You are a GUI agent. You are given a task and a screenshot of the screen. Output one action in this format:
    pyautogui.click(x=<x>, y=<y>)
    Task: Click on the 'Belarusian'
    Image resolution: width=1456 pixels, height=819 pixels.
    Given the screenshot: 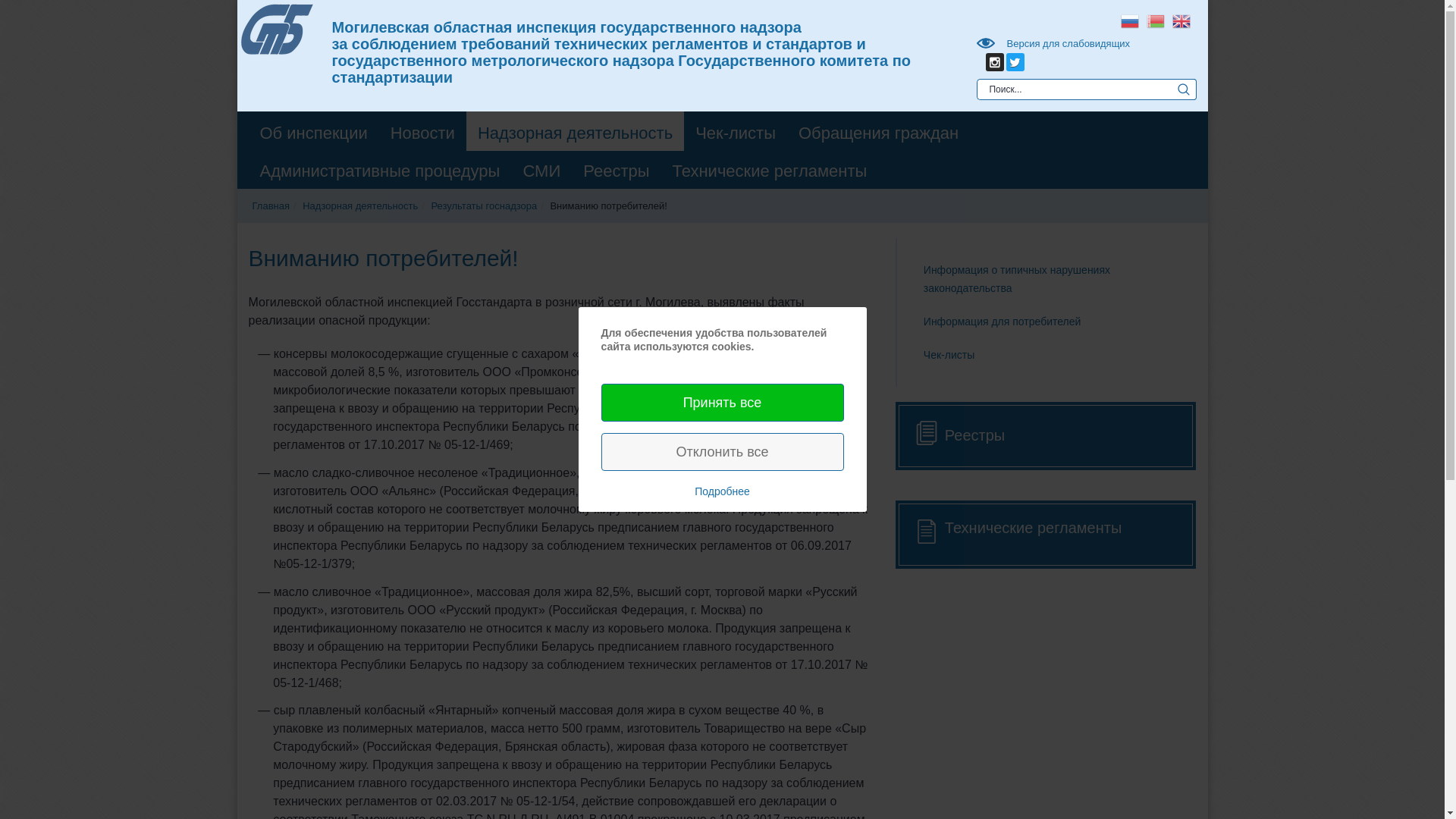 What is the action you would take?
    pyautogui.click(x=1142, y=20)
    